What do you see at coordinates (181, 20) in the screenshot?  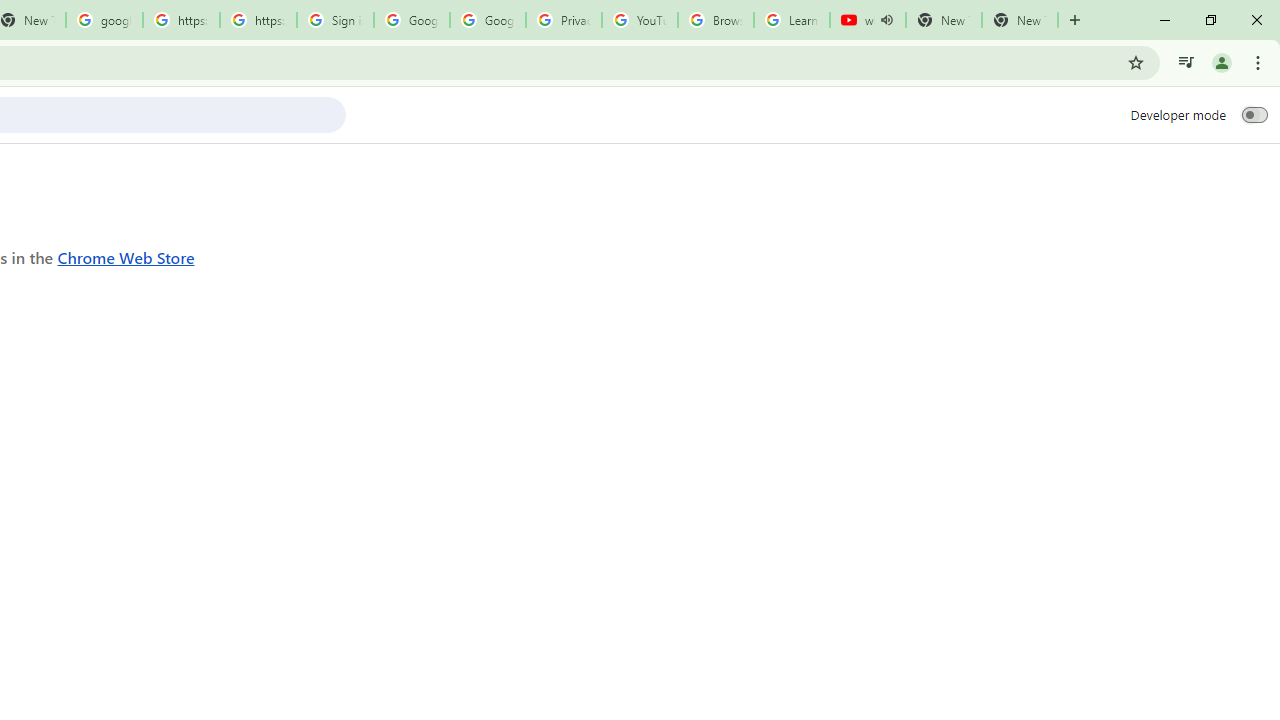 I see `'https://scholar.google.com/'` at bounding box center [181, 20].